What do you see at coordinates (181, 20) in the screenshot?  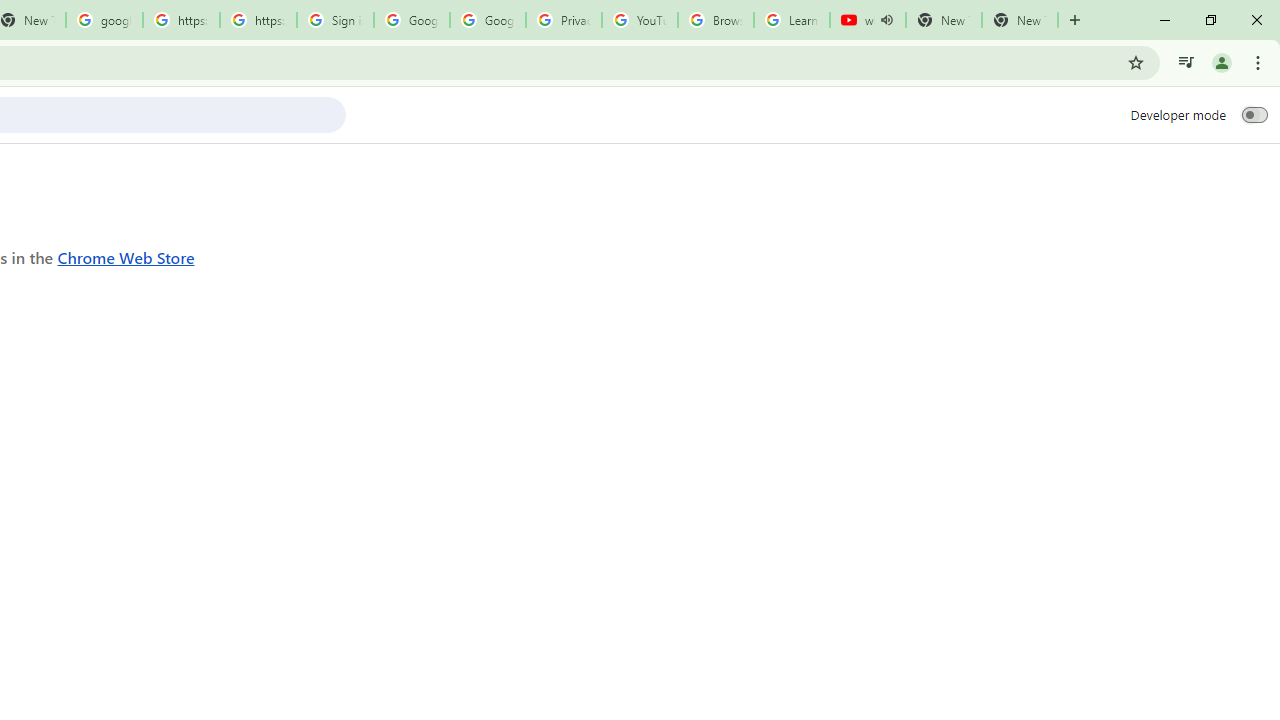 I see `'https://scholar.google.com/'` at bounding box center [181, 20].